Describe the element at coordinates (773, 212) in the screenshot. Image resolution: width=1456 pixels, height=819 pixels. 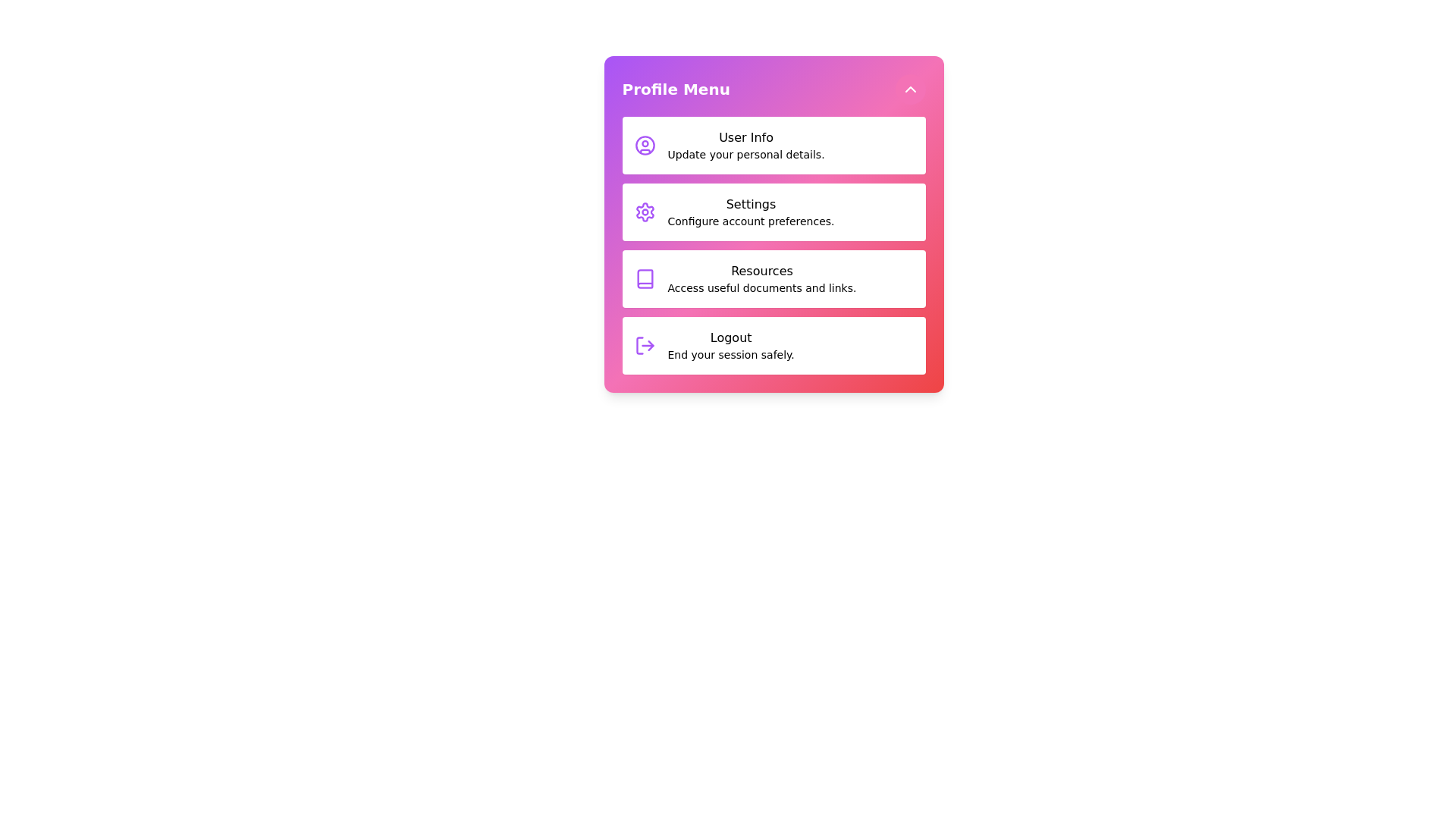
I see `the menu item labeled 'Settings' to observe hover effects` at that location.